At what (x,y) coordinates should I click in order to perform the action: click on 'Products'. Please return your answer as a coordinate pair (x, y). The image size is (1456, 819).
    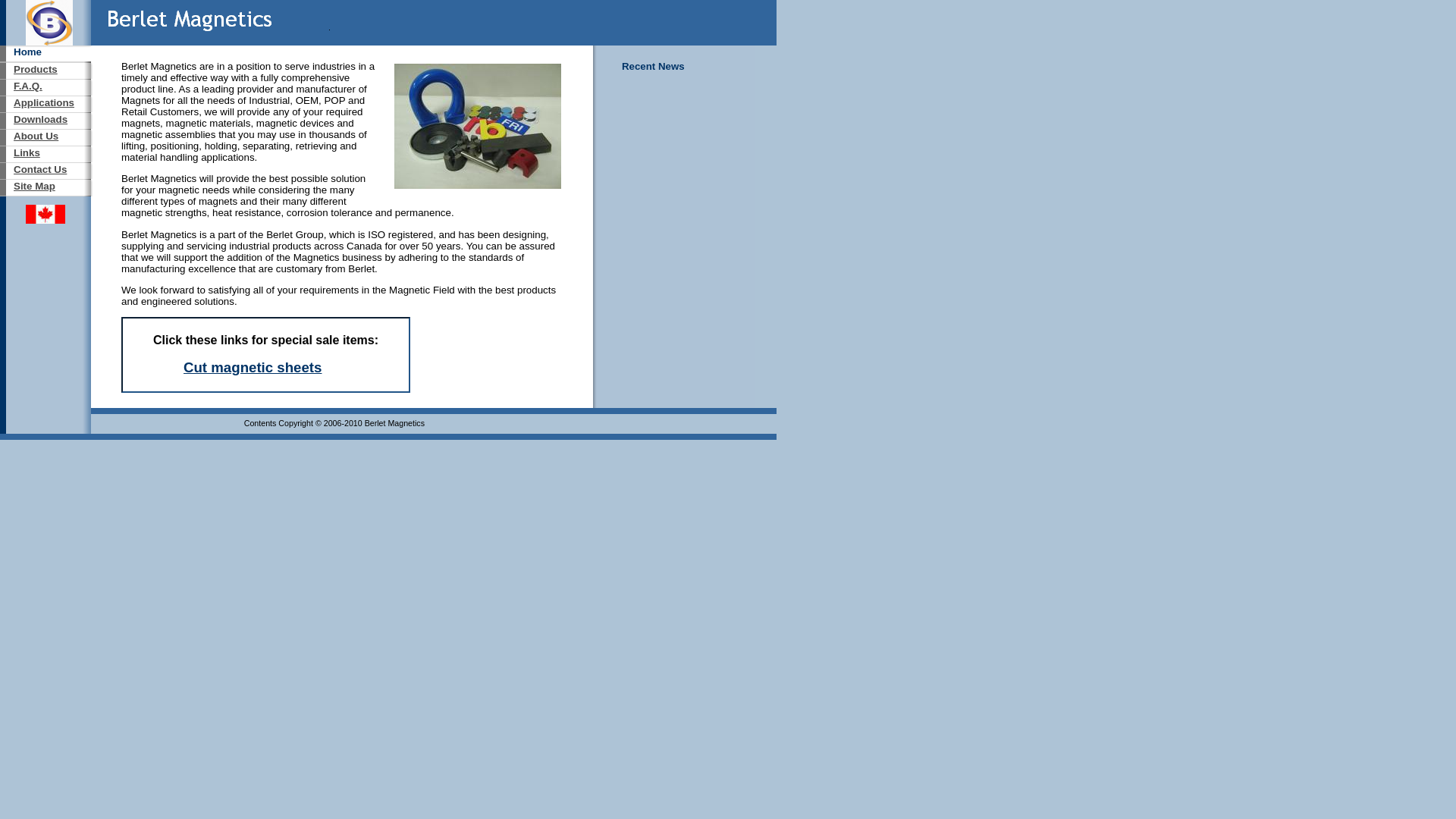
    Looking at the image, I should click on (36, 69).